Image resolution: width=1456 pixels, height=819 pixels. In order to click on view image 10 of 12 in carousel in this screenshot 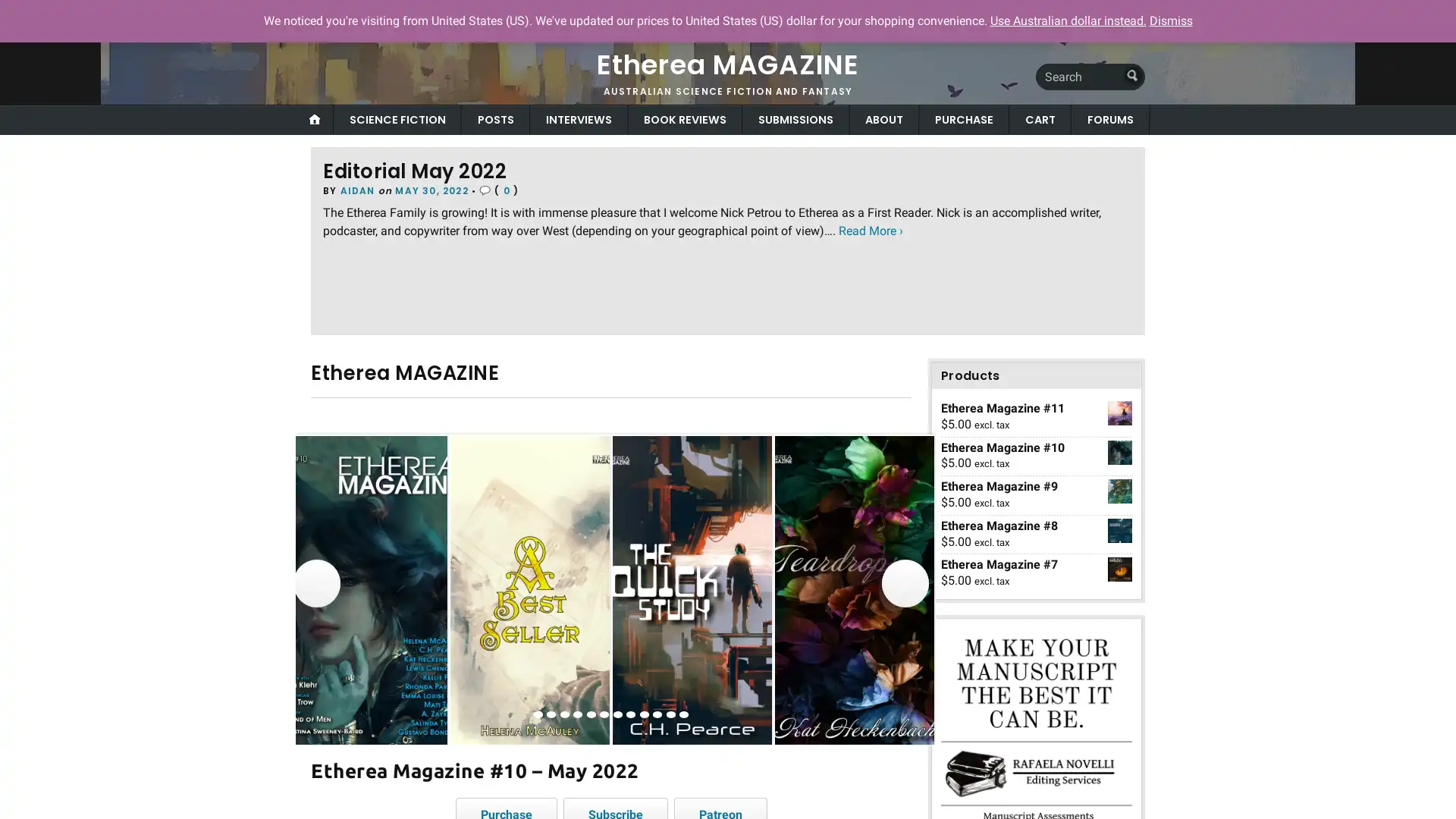, I will do `click(657, 714)`.